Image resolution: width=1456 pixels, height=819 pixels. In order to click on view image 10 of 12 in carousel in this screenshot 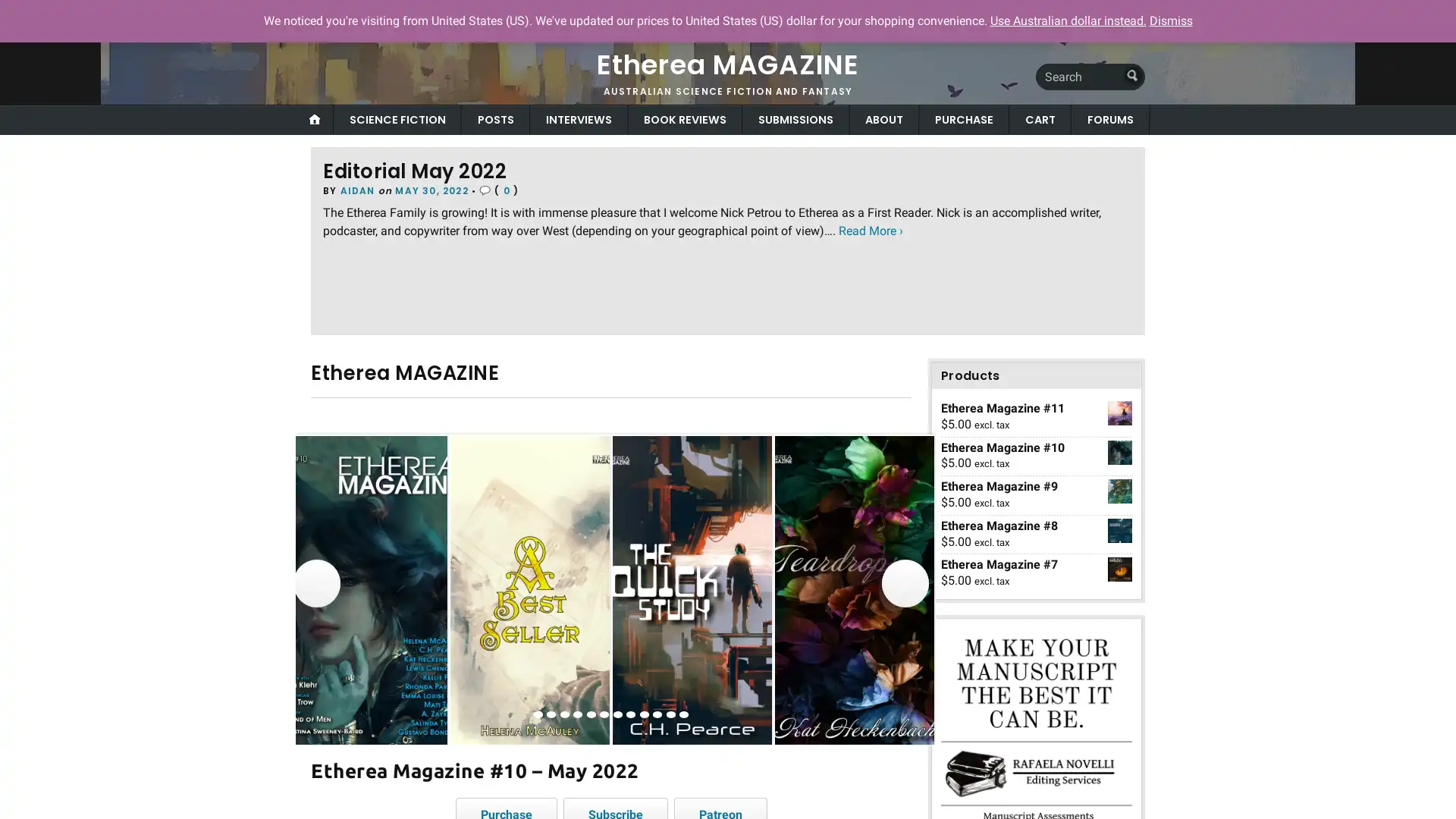, I will do `click(657, 714)`.